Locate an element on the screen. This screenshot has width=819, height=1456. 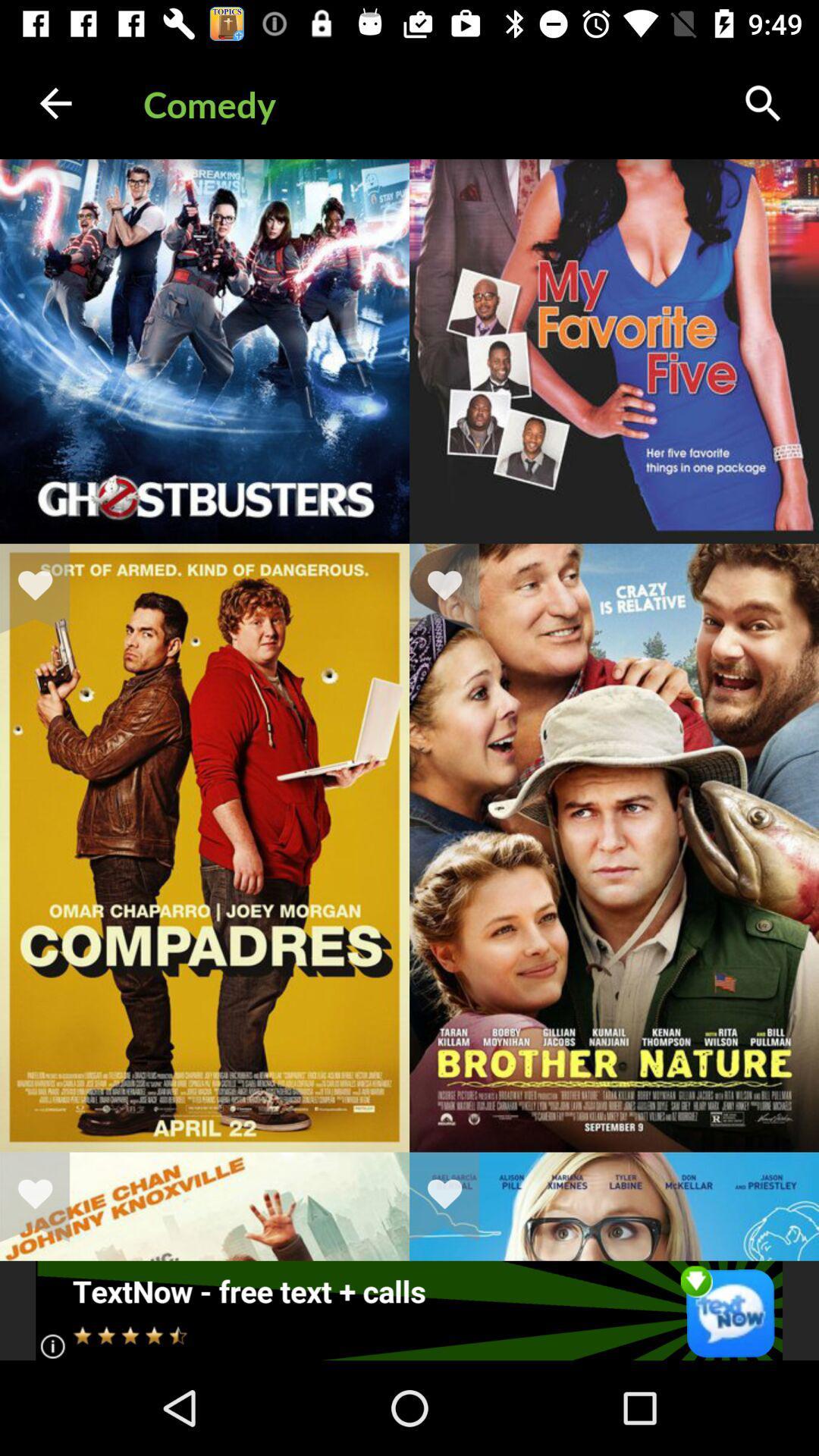
the icon next to the comedy item is located at coordinates (55, 102).